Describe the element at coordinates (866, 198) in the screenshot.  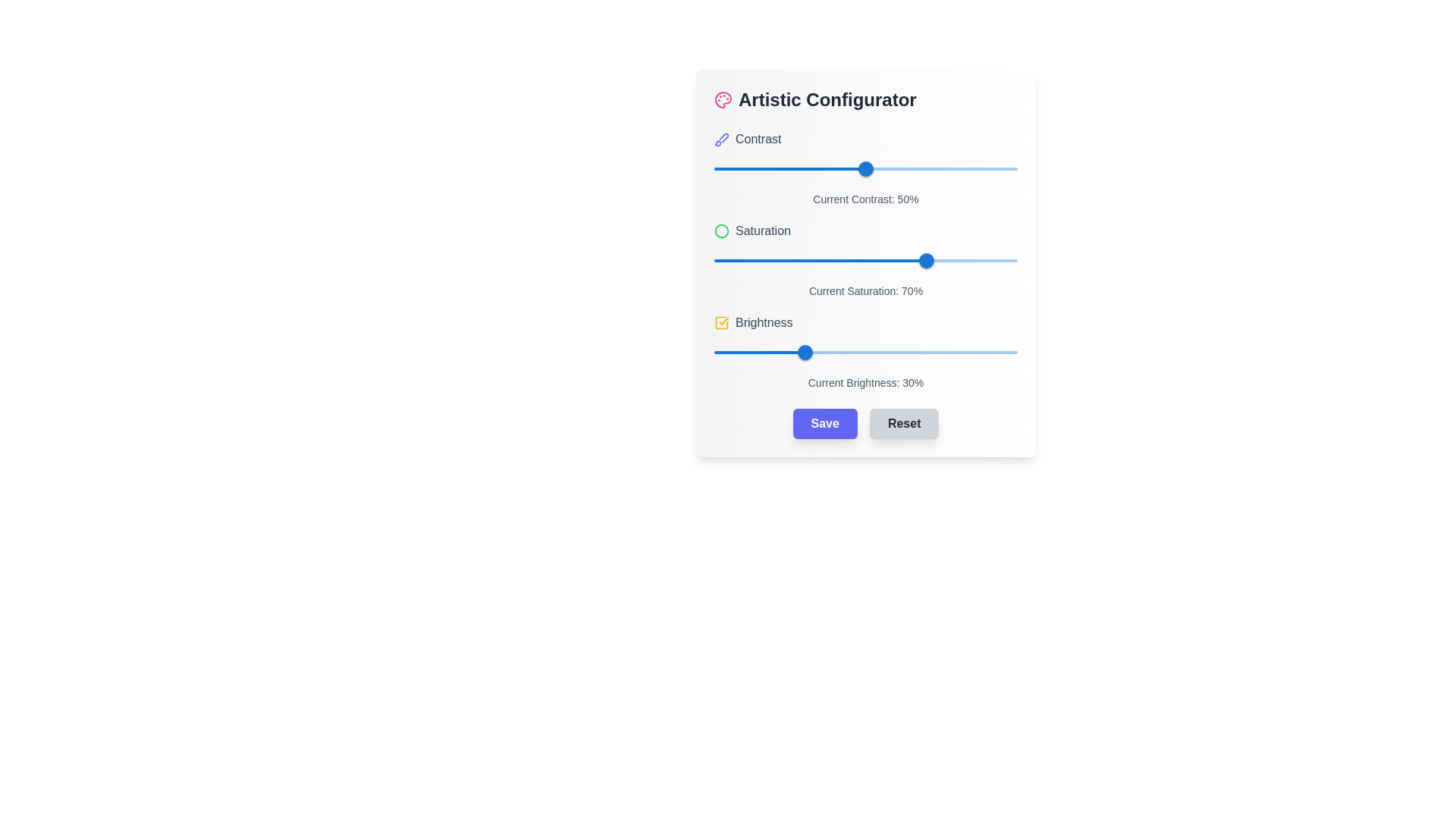
I see `the static text displaying the message 'Current Contrast: 50%', which is located below the contrast slider and centered in relation to it` at that location.